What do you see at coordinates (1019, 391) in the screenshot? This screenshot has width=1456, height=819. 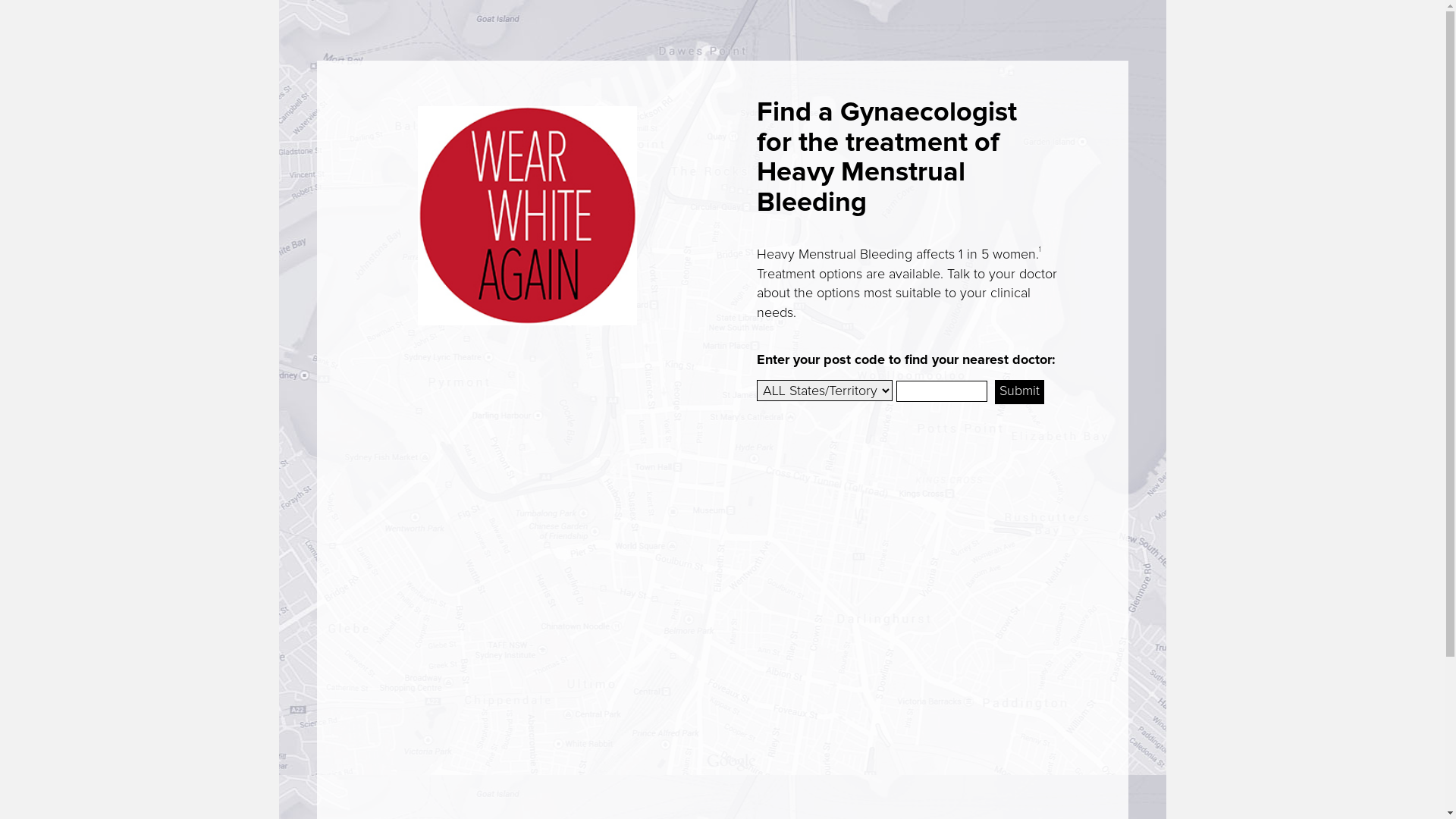 I see `'Submit'` at bounding box center [1019, 391].